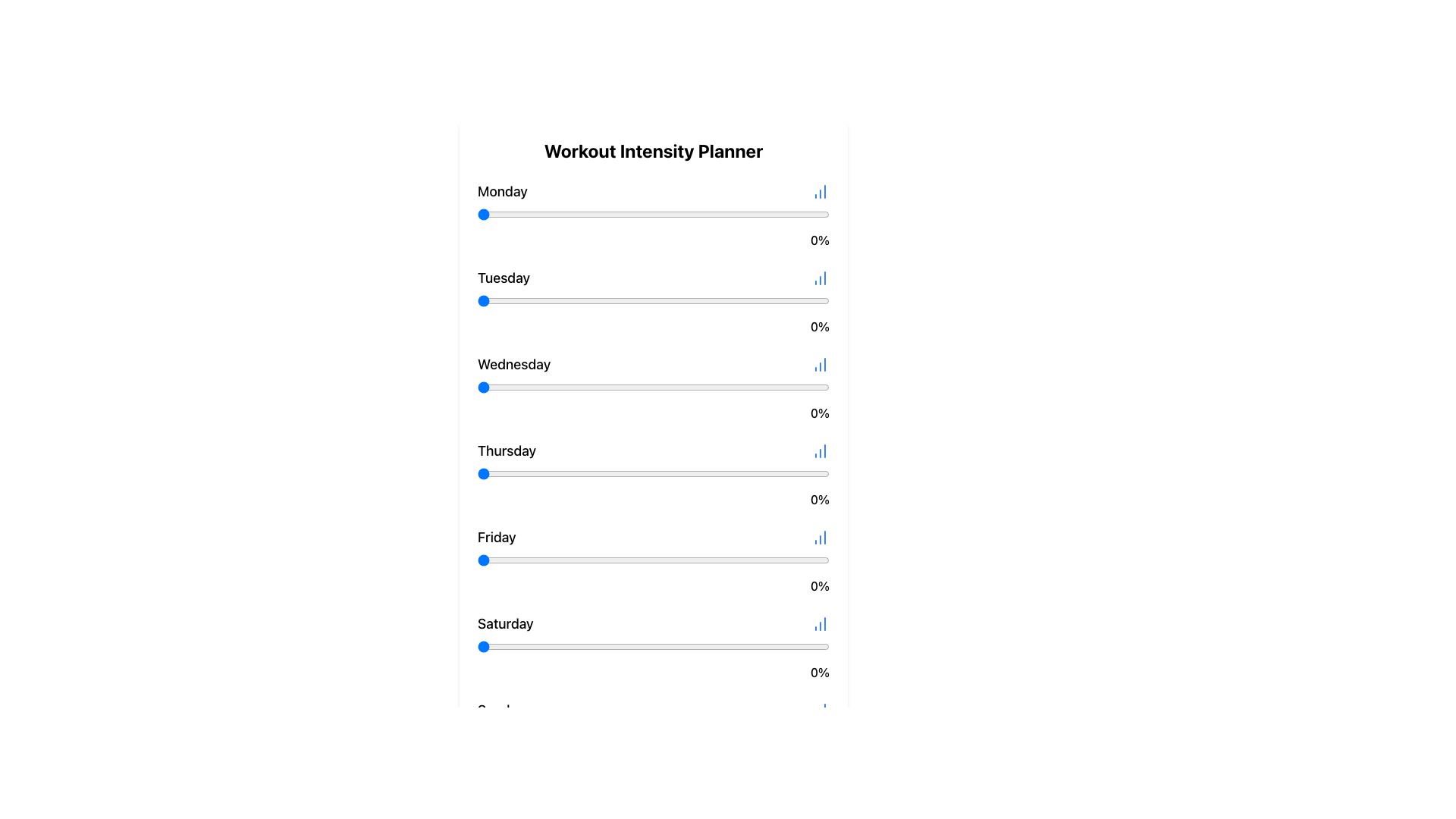  What do you see at coordinates (654, 151) in the screenshot?
I see `the text element displaying 'Workout Intensity Planner', which is prominently located at the top of the panel` at bounding box center [654, 151].